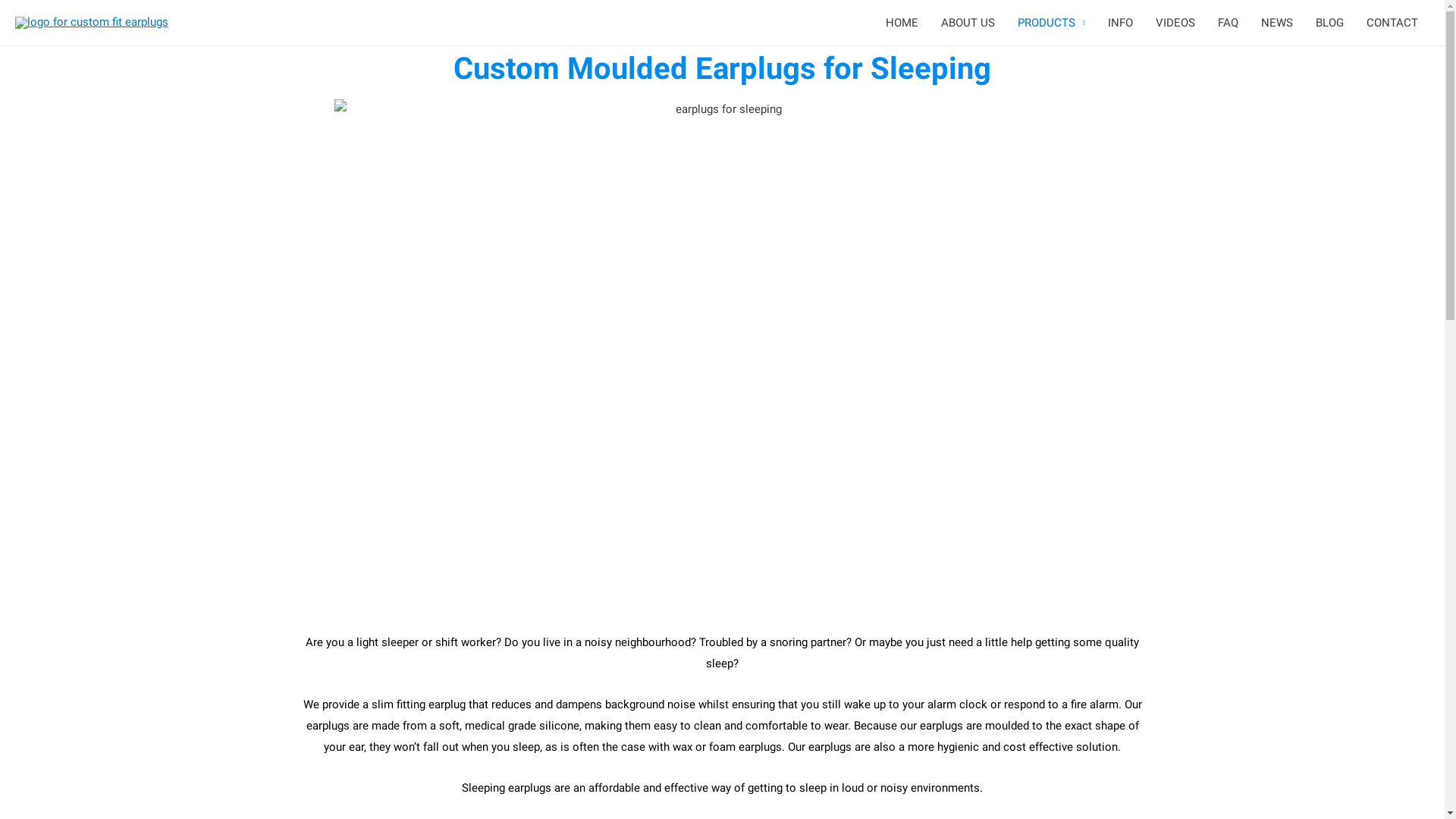 This screenshot has width=1456, height=819. Describe the element at coordinates (1276, 23) in the screenshot. I see `'NEWS'` at that location.